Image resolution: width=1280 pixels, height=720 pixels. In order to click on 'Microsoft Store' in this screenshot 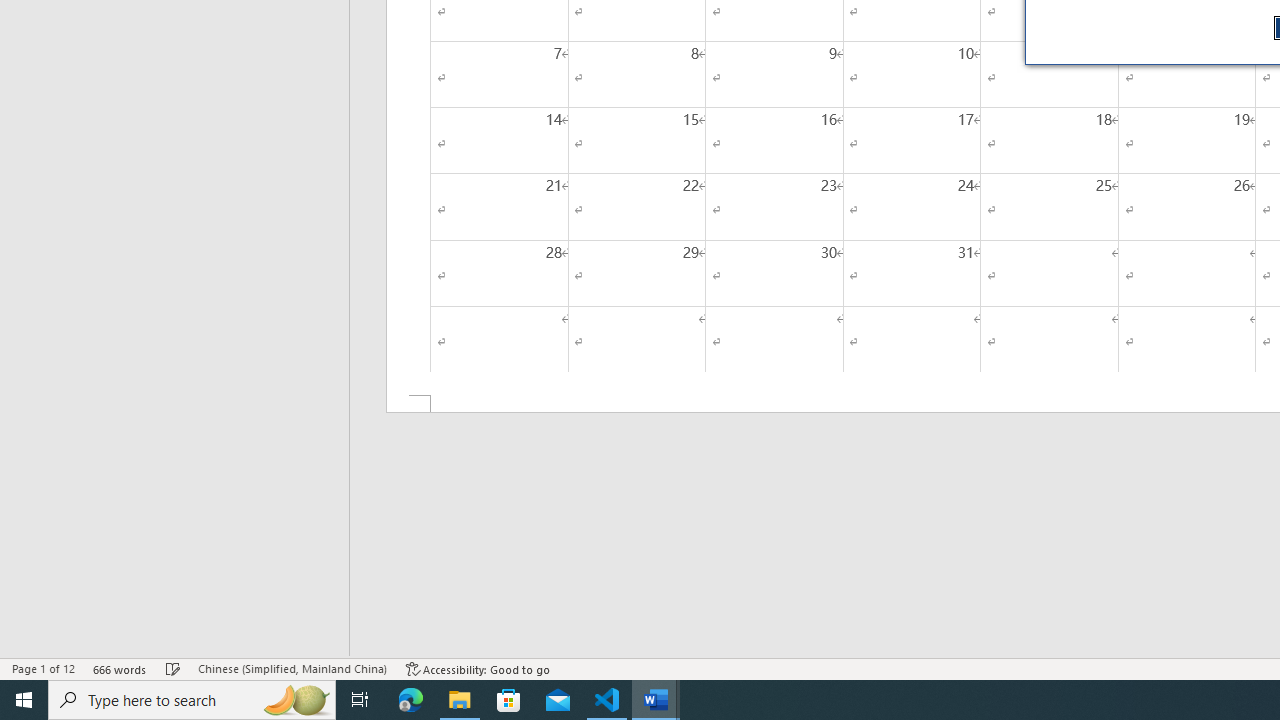, I will do `click(509, 698)`.